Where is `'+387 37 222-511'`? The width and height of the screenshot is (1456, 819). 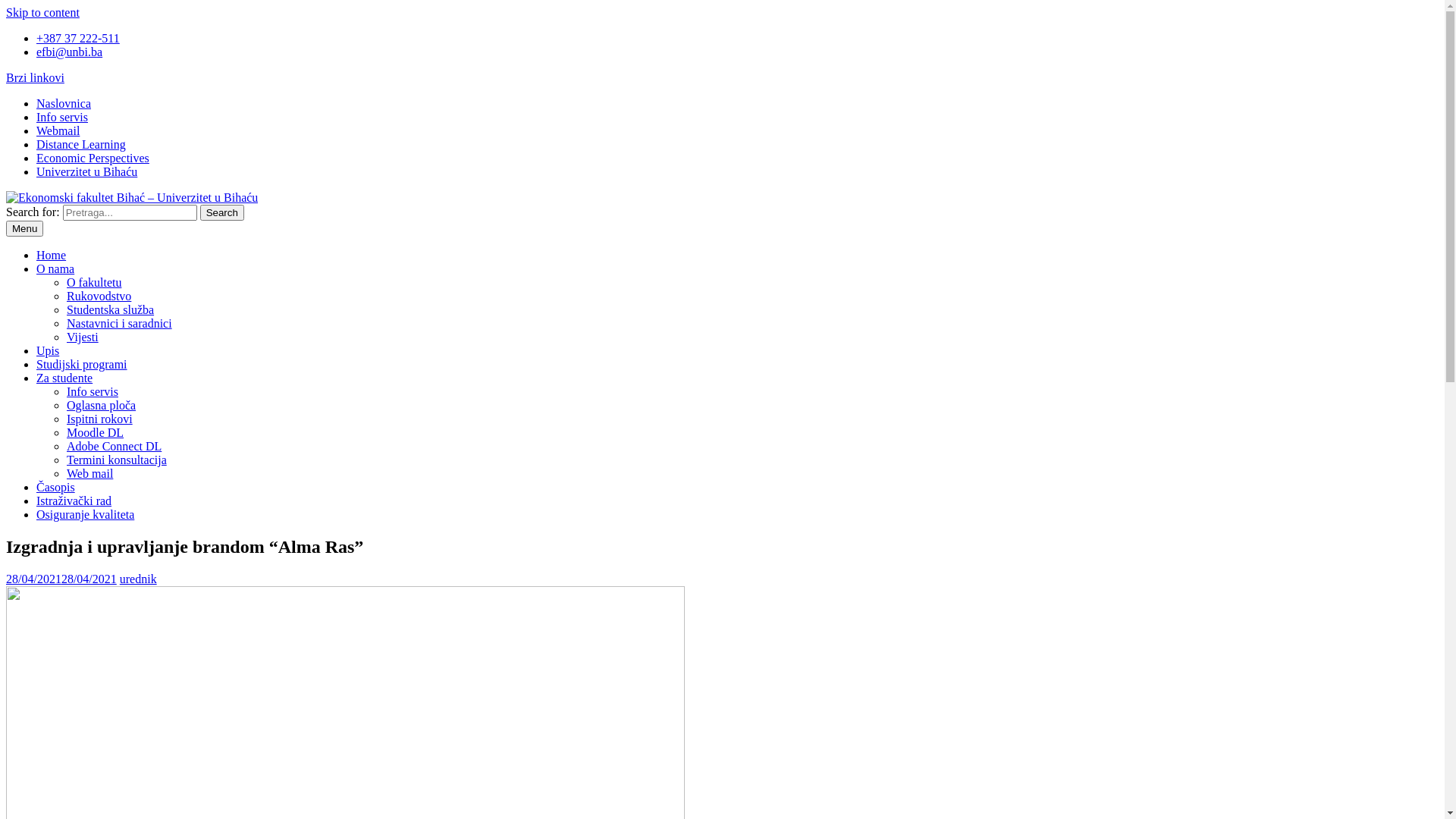
'+387 37 222-511' is located at coordinates (36, 37).